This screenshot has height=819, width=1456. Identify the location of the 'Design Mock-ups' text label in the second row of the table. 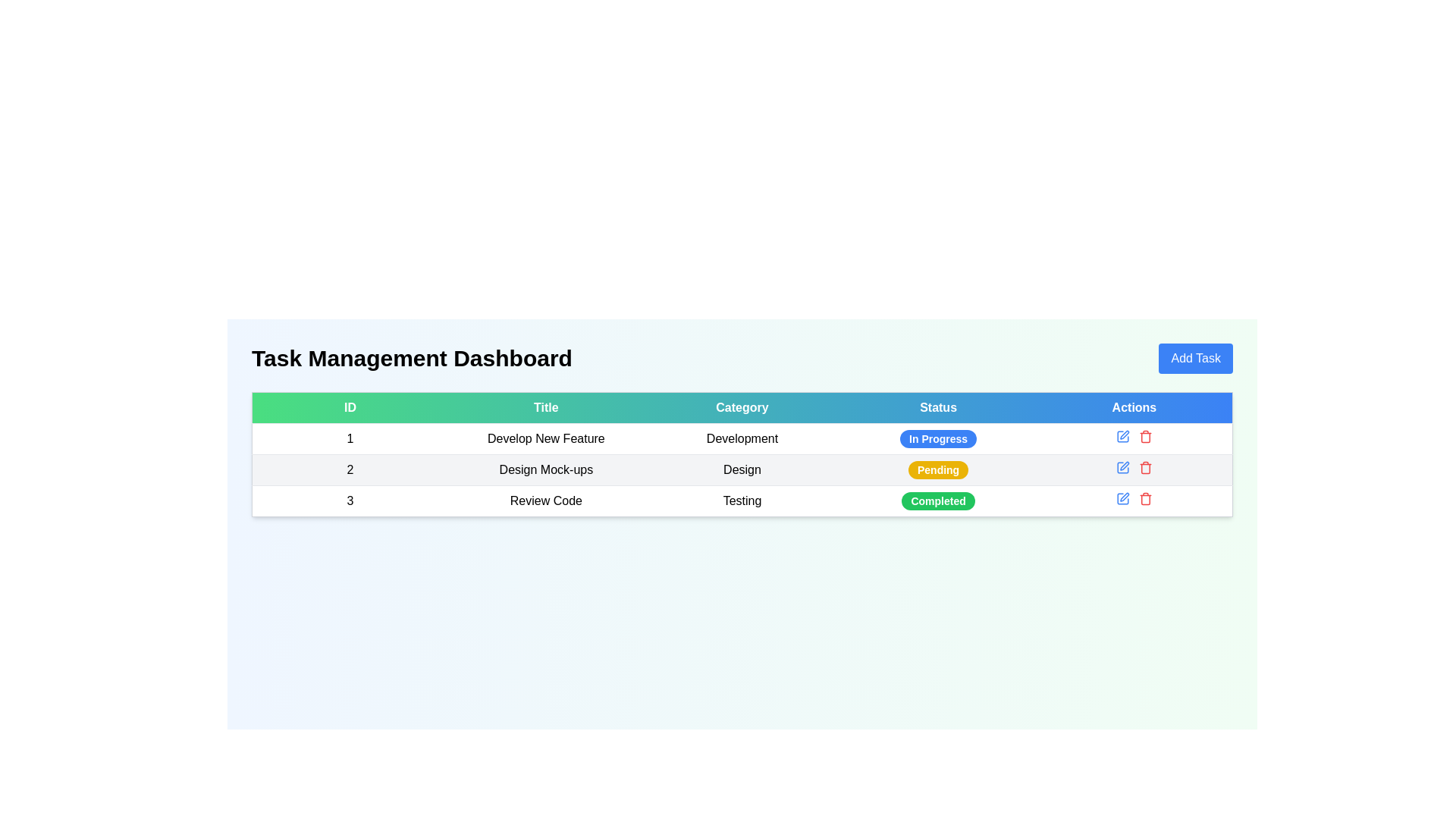
(546, 469).